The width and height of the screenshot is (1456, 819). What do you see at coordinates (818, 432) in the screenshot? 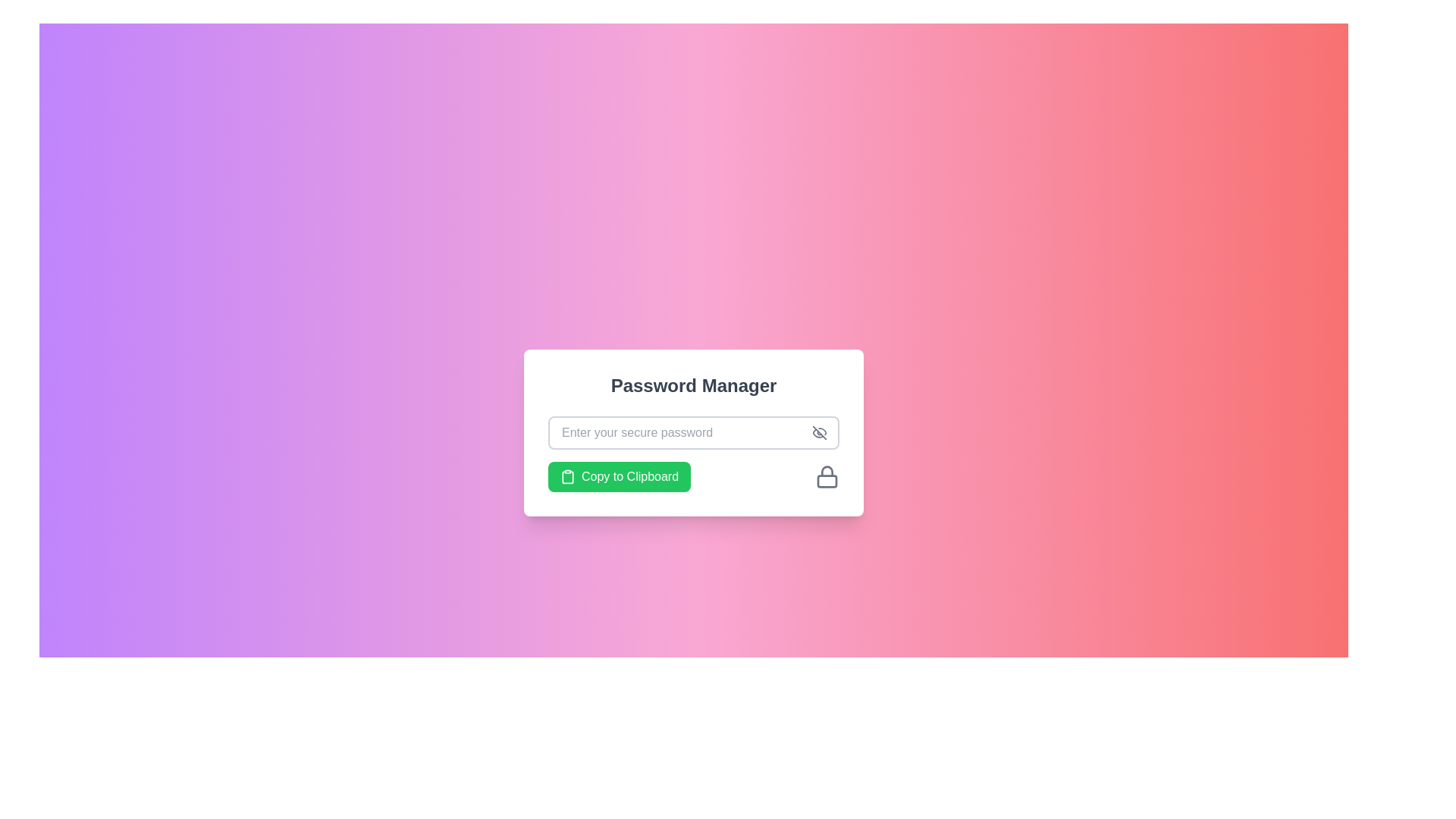
I see `the eye icon button for password visibility toggle, which is styled in grey and changes color when hovered over` at bounding box center [818, 432].